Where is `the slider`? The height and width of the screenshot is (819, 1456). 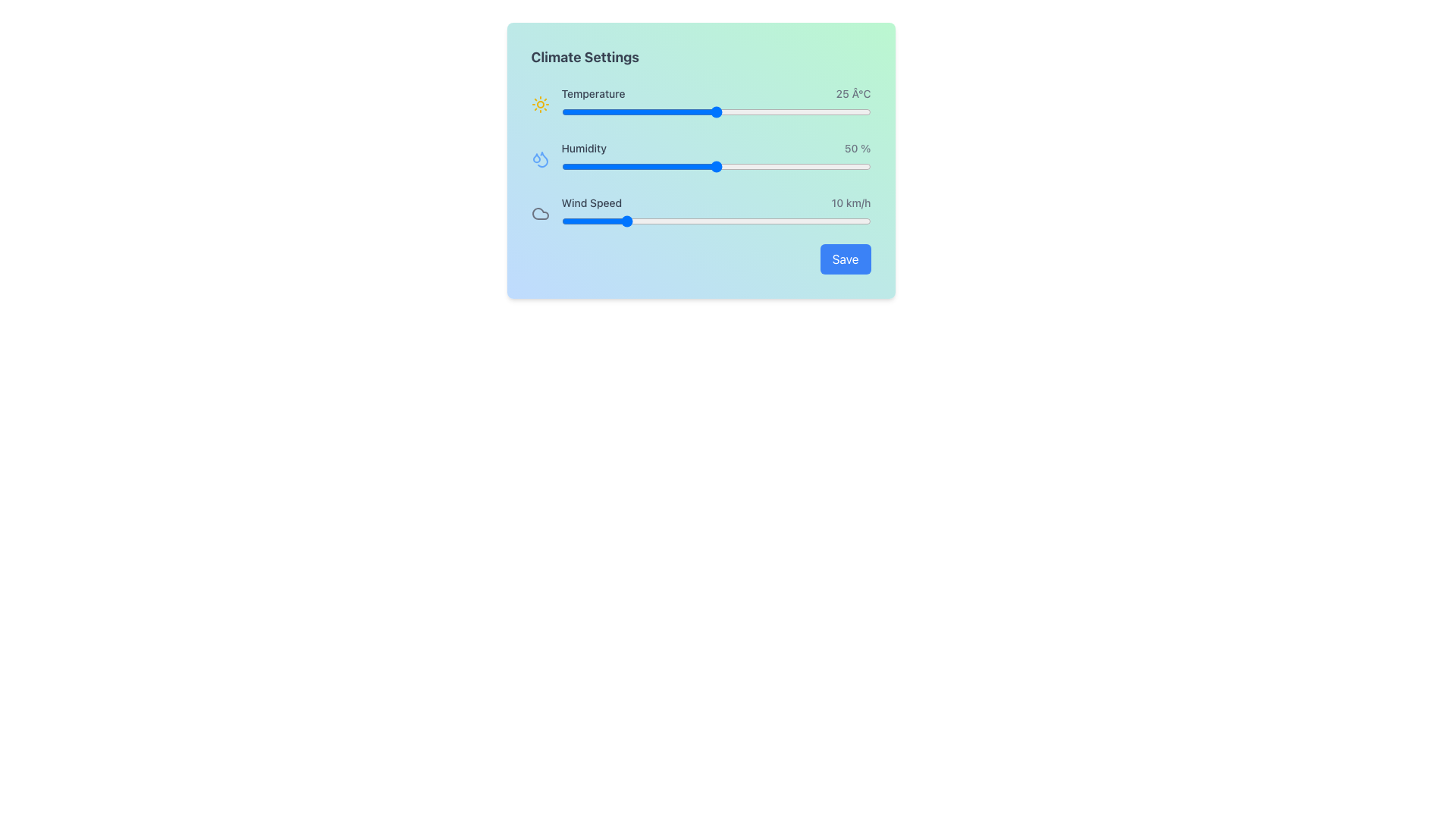 the slider is located at coordinates (690, 111).